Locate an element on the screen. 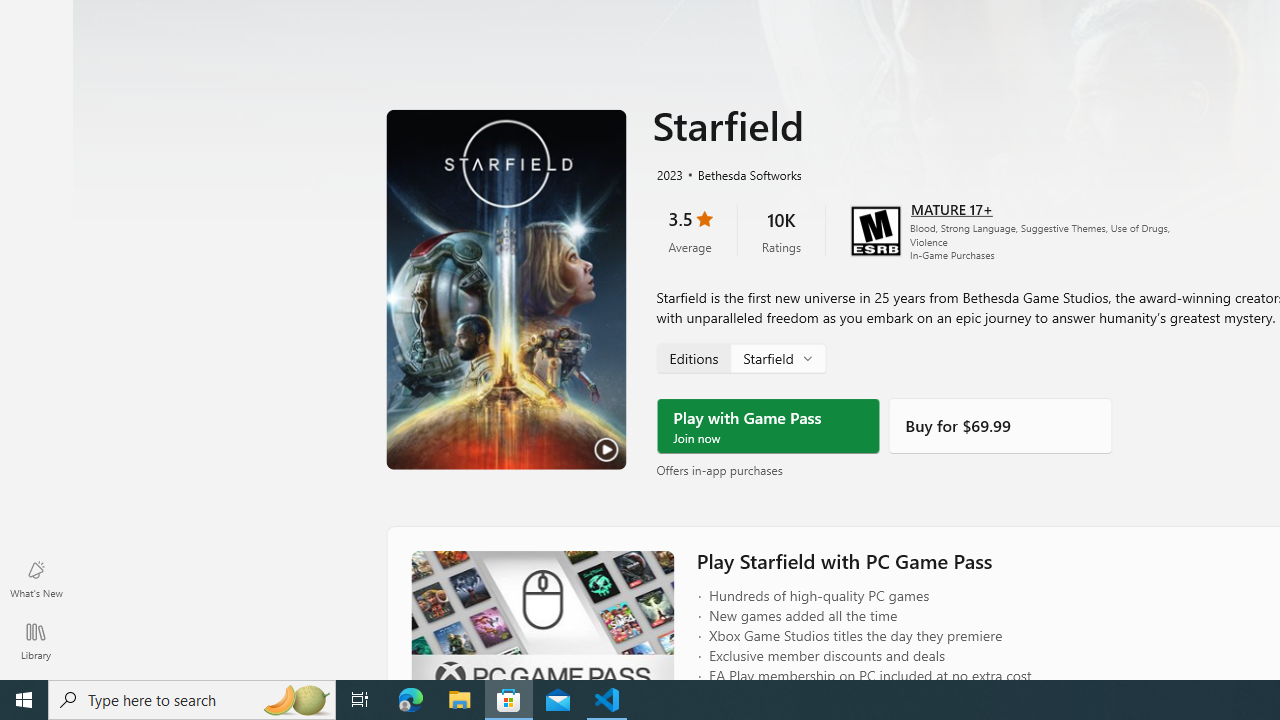  '2023' is located at coordinates (668, 172).